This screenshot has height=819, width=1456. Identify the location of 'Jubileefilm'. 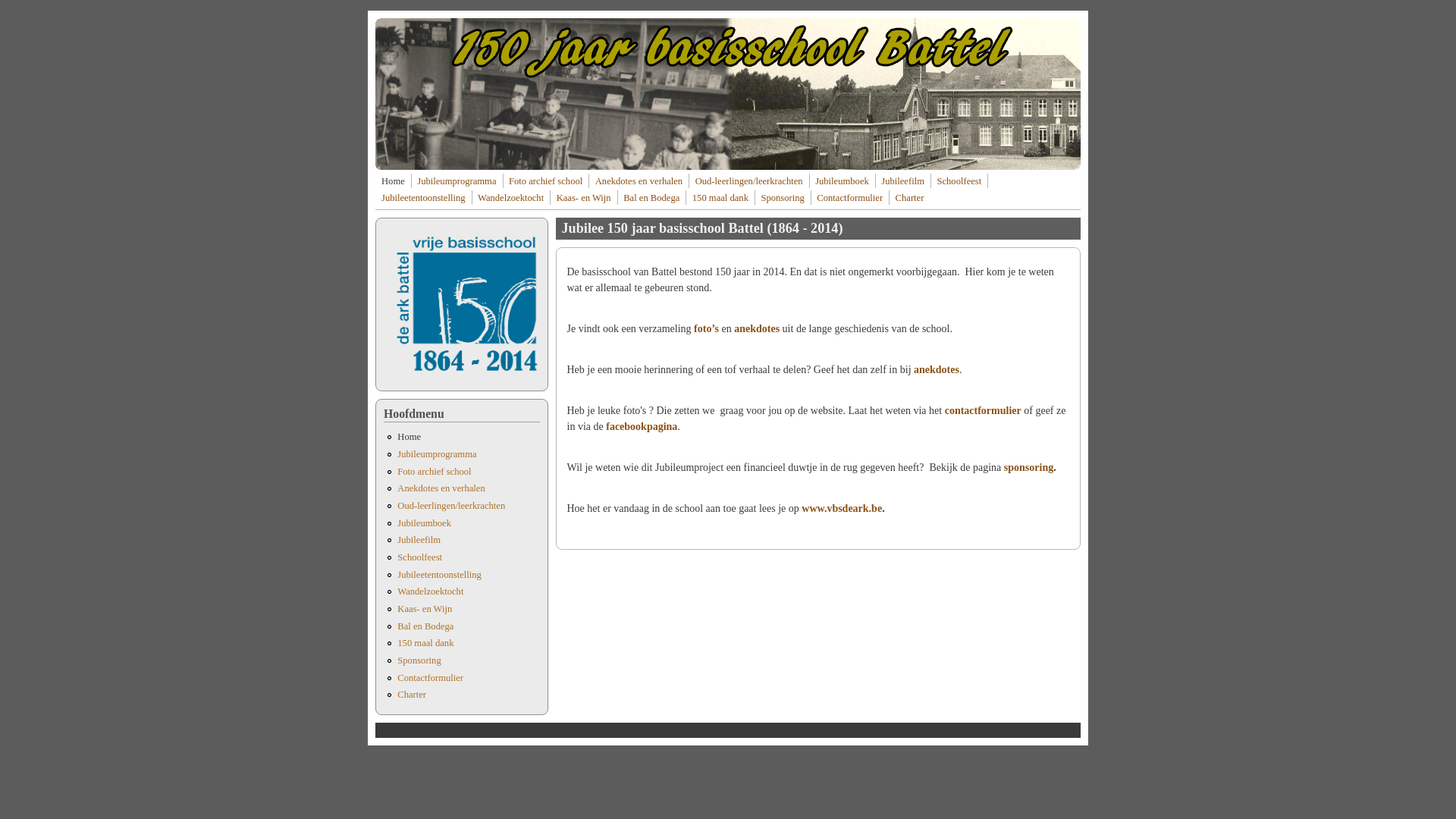
(902, 180).